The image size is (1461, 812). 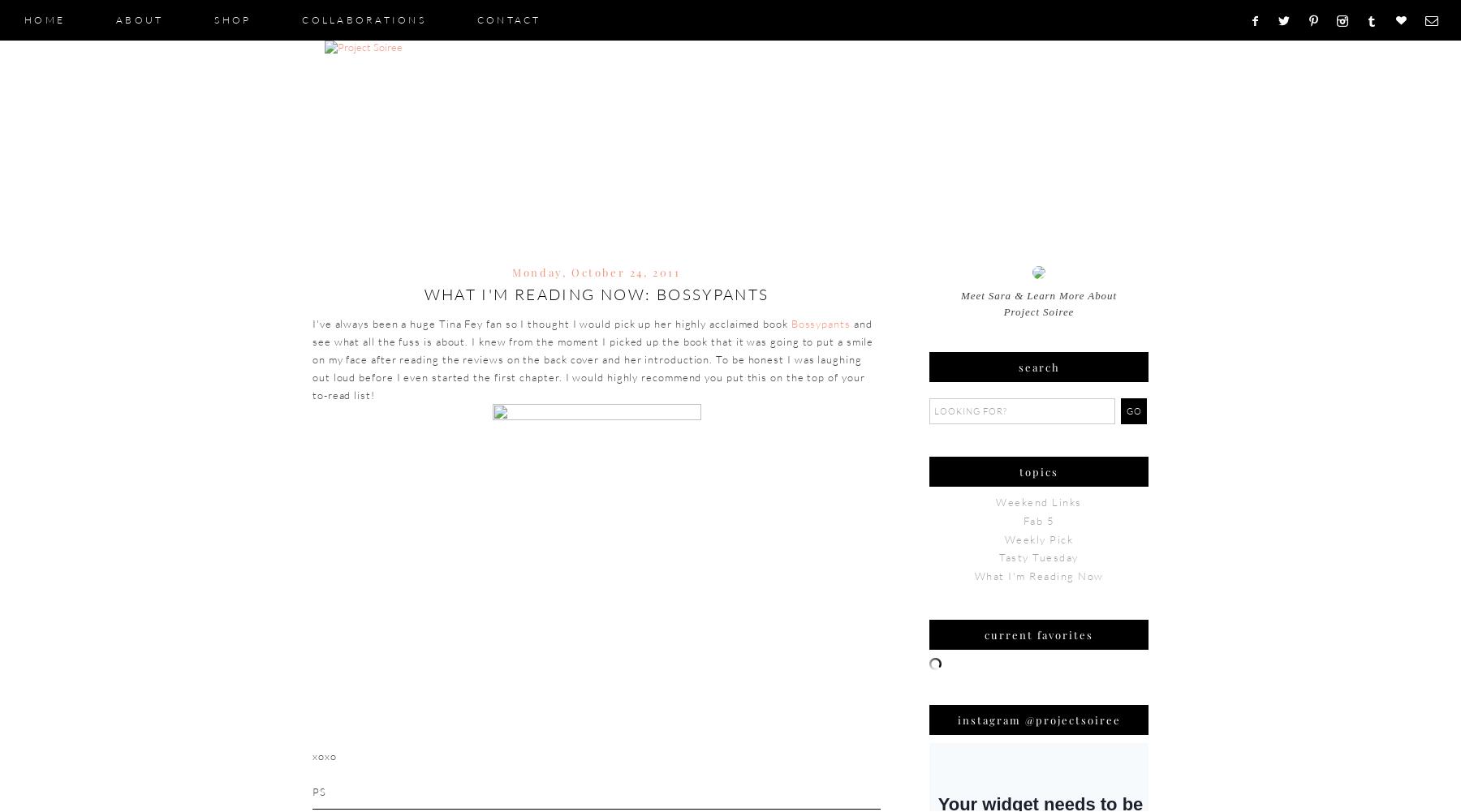 What do you see at coordinates (1038, 367) in the screenshot?
I see `'SEARCH'` at bounding box center [1038, 367].